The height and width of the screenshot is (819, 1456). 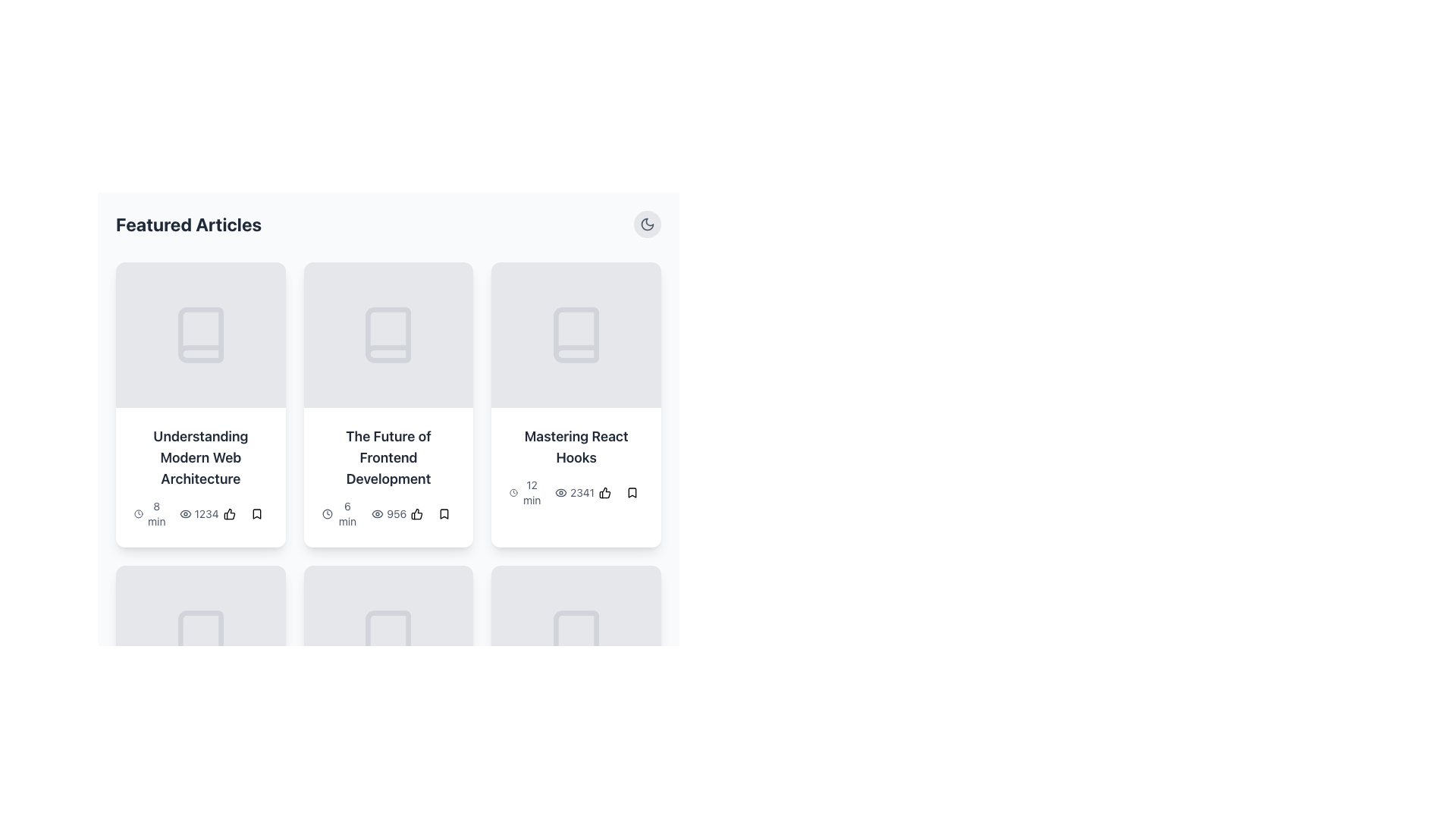 What do you see at coordinates (243, 513) in the screenshot?
I see `the small decorative icon that acts as a separator between the thumbs-up icon and the bookmark icon at the bottom of the content card` at bounding box center [243, 513].